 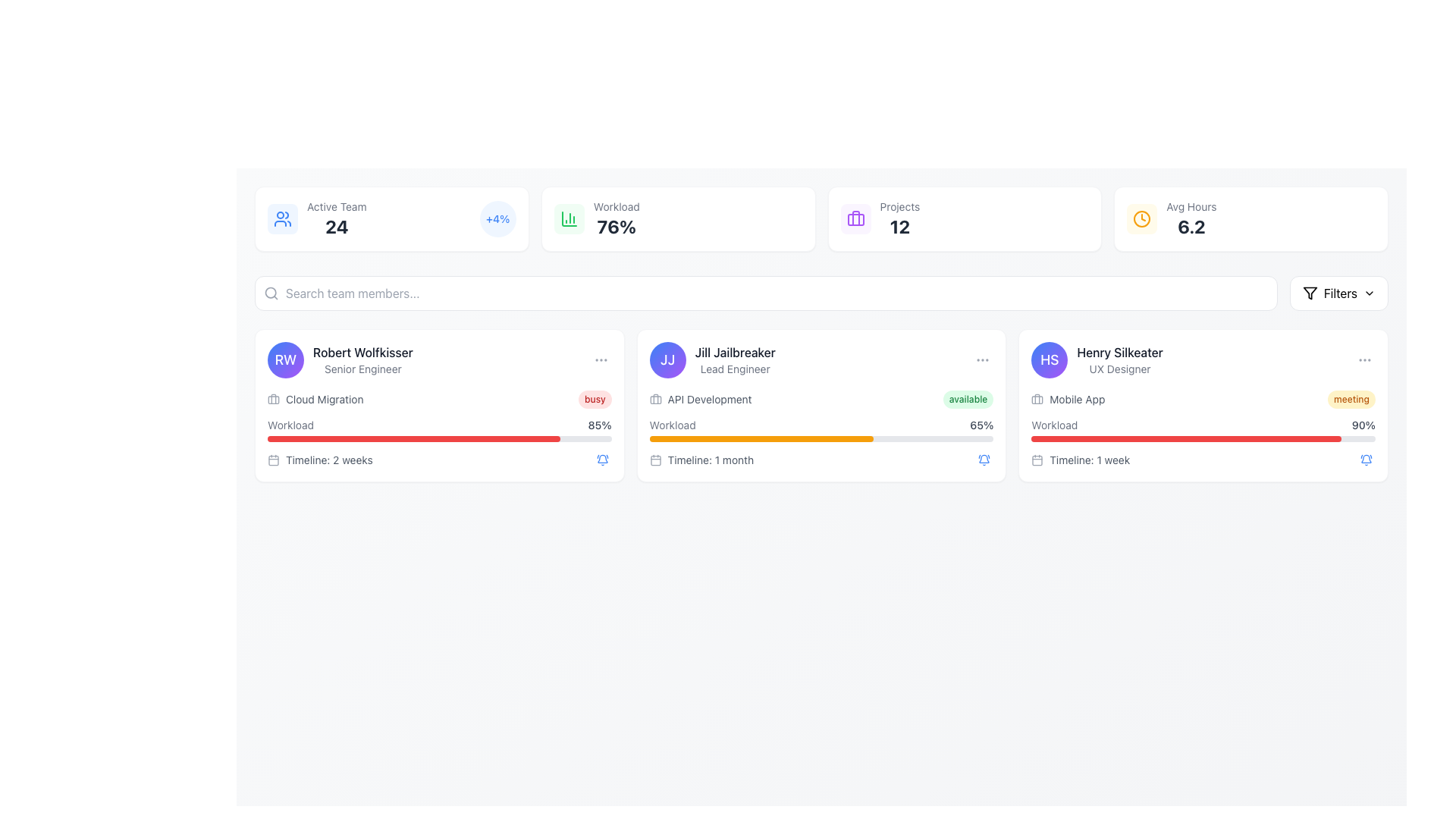 What do you see at coordinates (1366, 459) in the screenshot?
I see `the bell icon located at the bottom-right corner of the user interface associated with user 'Henry Silkeater'` at bounding box center [1366, 459].